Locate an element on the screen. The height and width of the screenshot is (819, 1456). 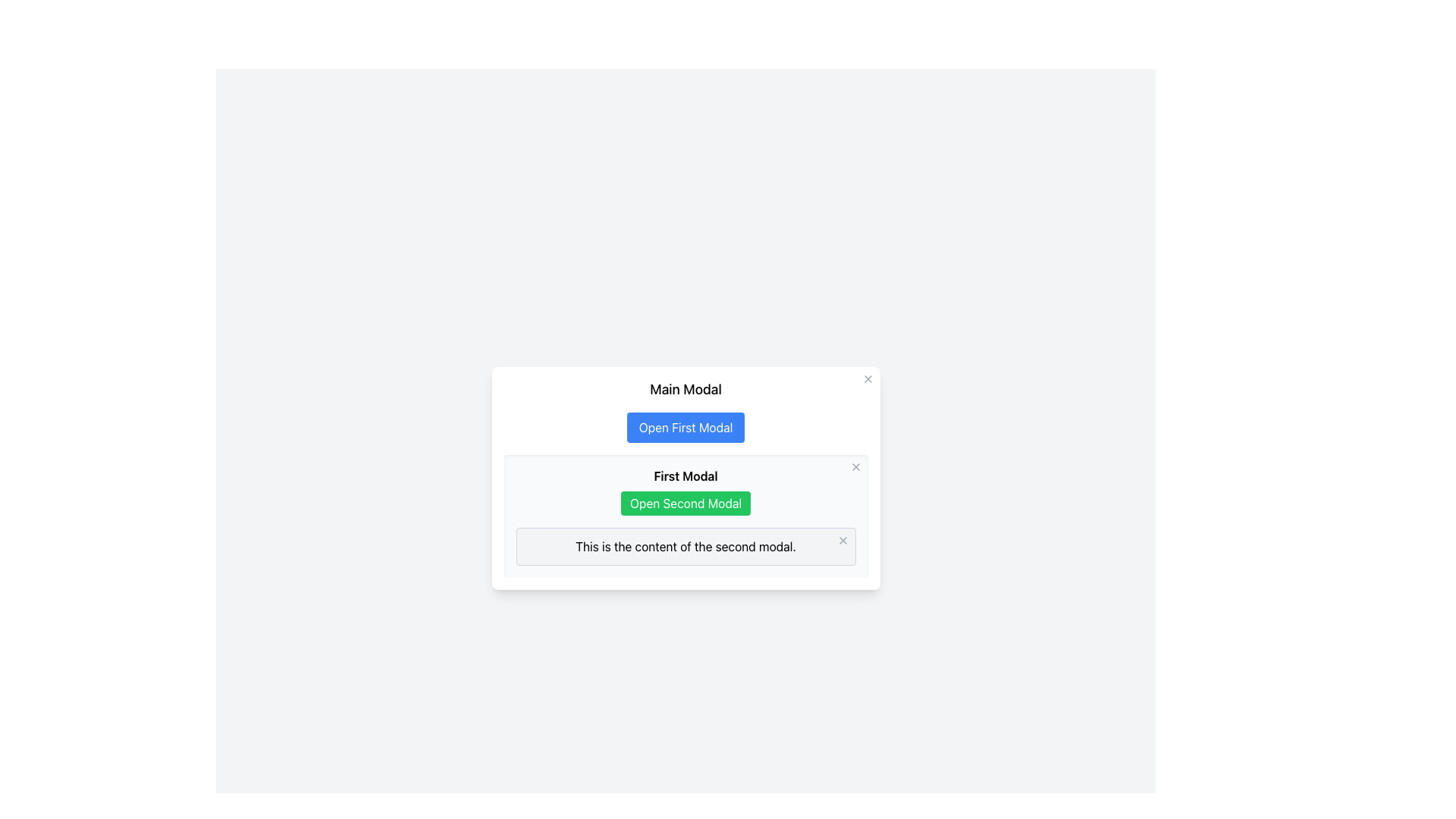
the content box with a close button that contains the text 'This is the content of the second modal.' is located at coordinates (685, 547).